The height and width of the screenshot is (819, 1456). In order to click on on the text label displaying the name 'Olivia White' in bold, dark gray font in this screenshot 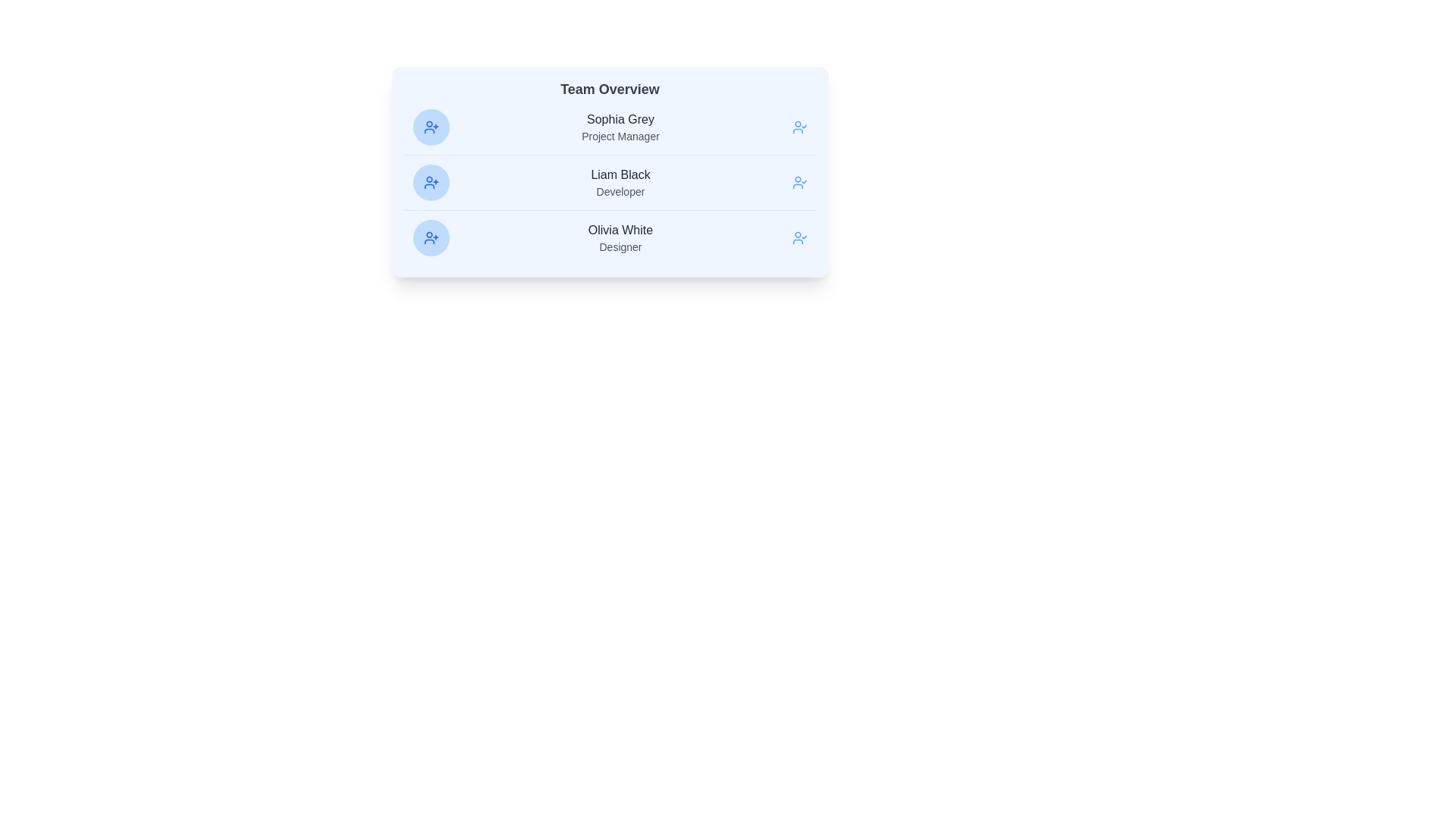, I will do `click(620, 231)`.